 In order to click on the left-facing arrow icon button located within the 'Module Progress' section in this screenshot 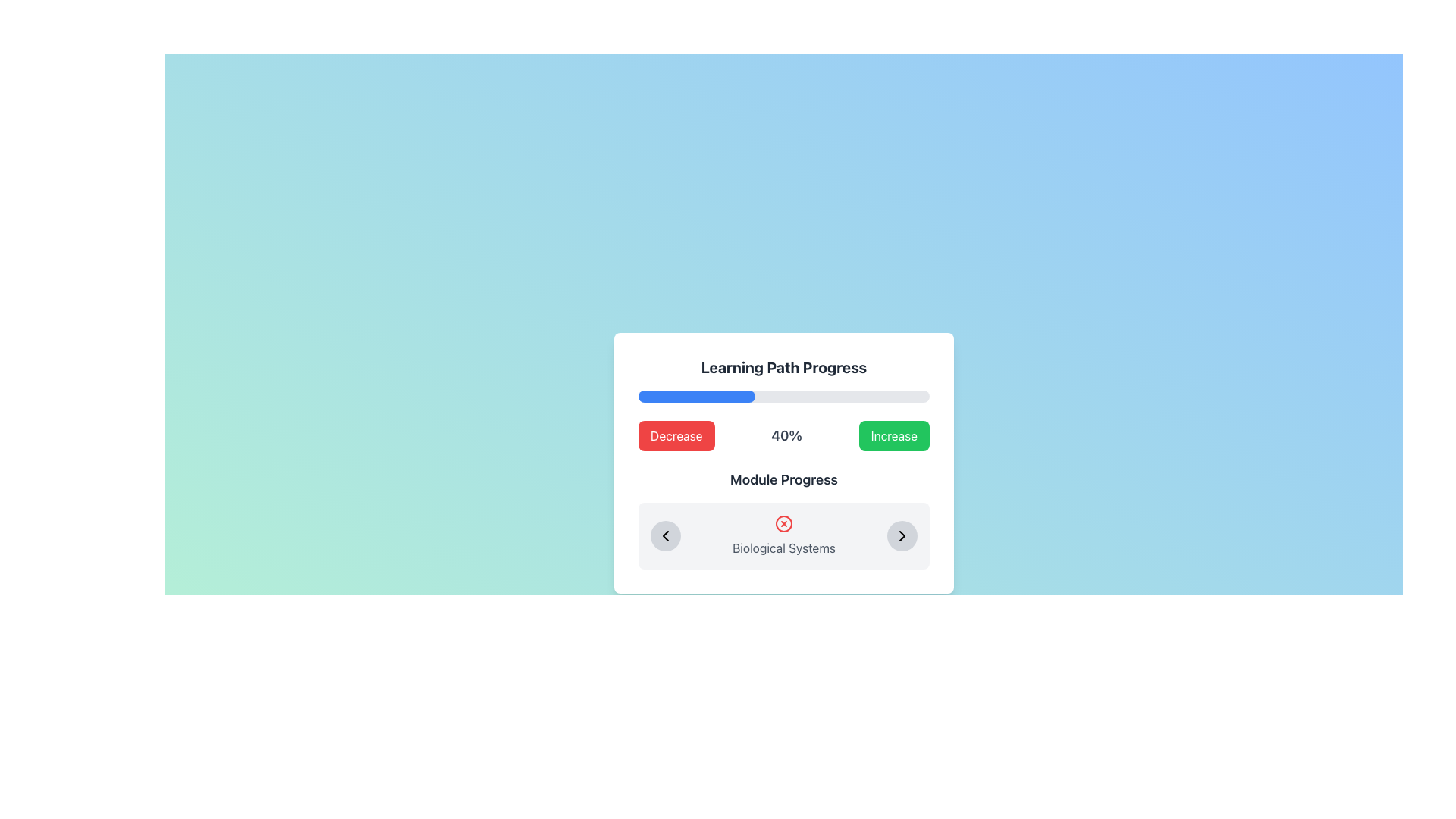, I will do `click(666, 535)`.